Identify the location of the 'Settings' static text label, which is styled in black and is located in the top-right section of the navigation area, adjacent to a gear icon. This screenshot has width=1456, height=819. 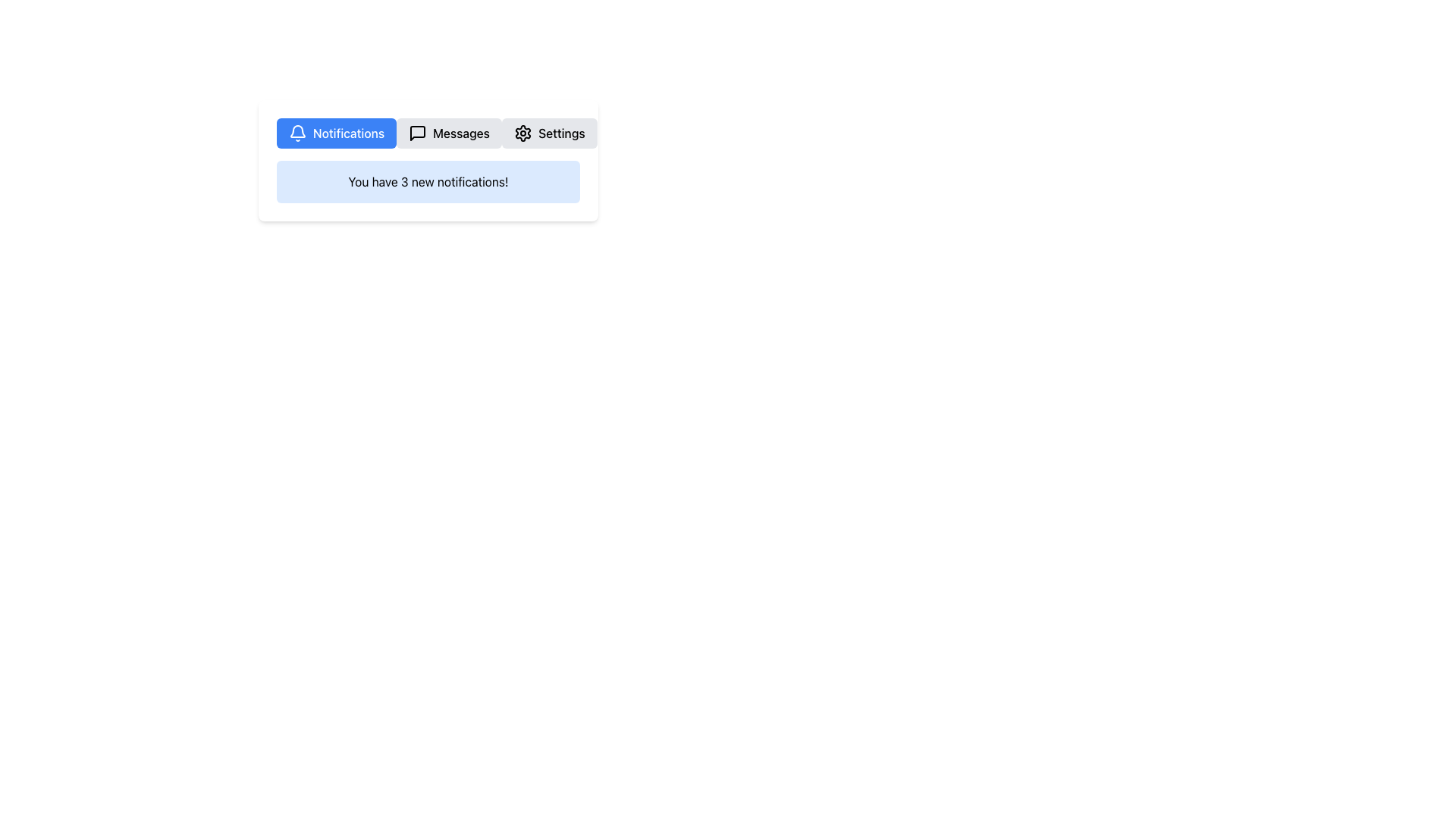
(560, 133).